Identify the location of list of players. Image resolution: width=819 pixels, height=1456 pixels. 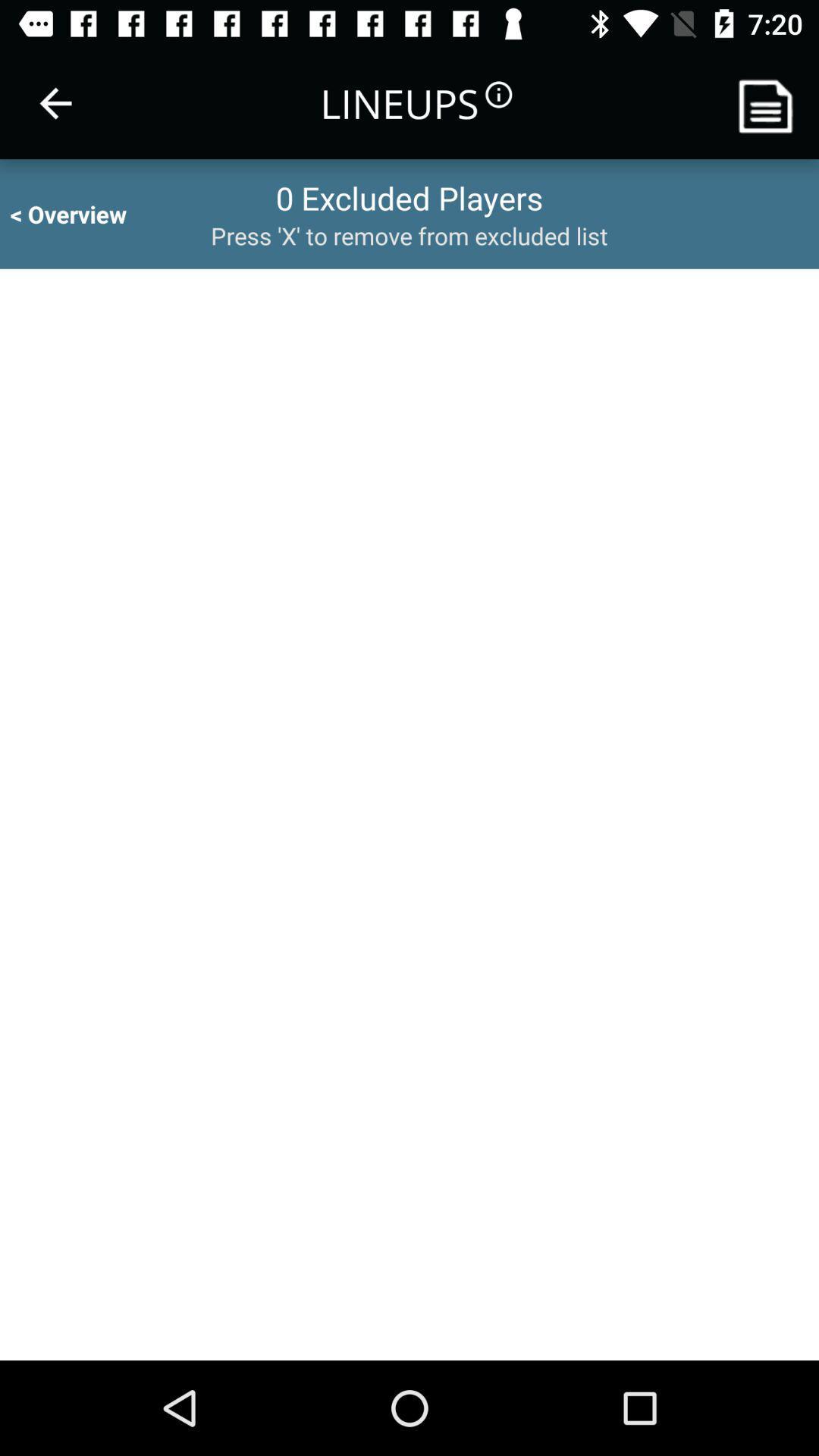
(771, 102).